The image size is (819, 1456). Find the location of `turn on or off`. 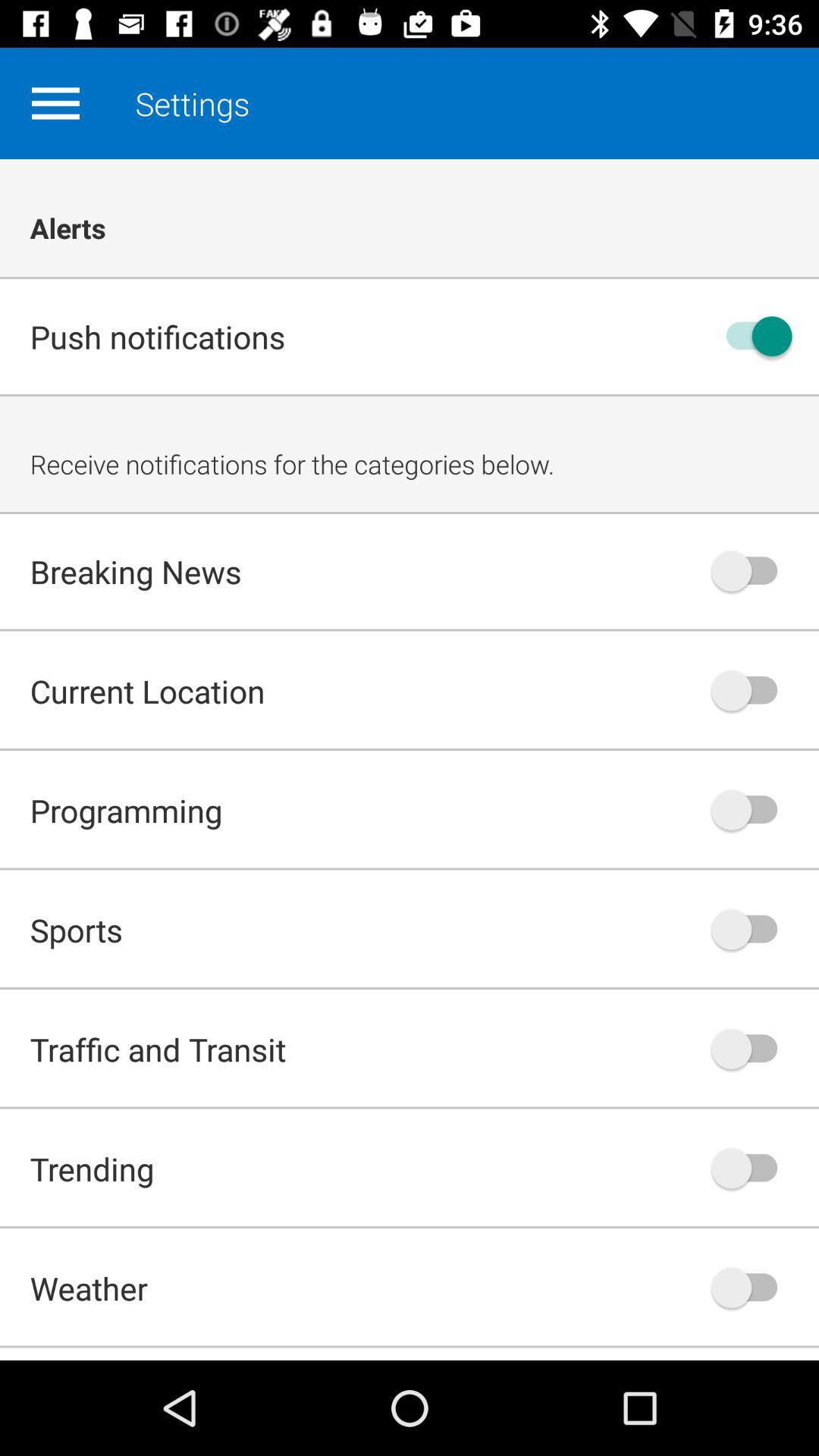

turn on or off is located at coordinates (752, 689).